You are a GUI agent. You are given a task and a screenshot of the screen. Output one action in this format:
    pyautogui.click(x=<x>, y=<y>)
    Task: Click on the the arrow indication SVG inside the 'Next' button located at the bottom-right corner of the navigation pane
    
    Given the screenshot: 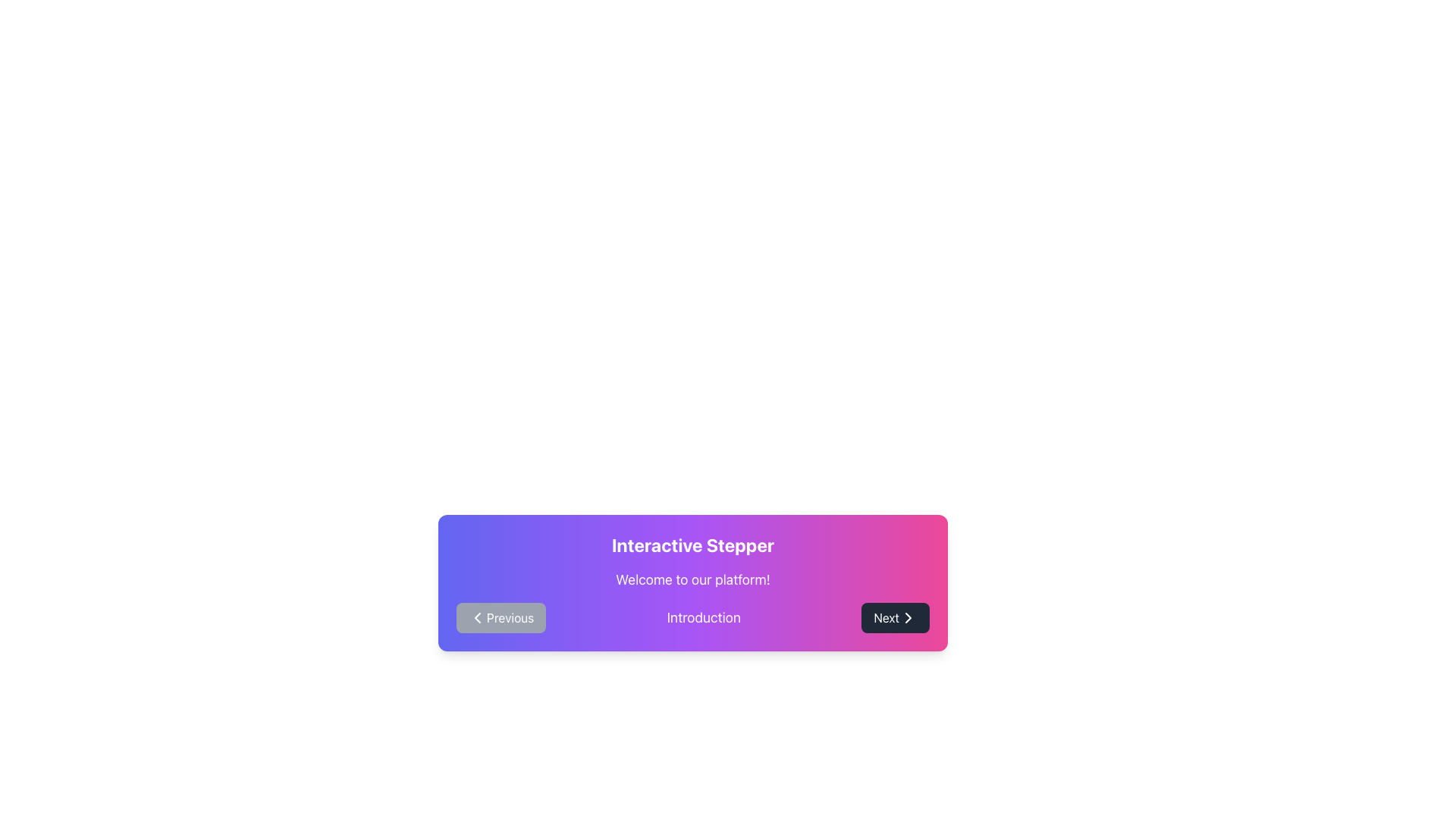 What is the action you would take?
    pyautogui.click(x=908, y=617)
    